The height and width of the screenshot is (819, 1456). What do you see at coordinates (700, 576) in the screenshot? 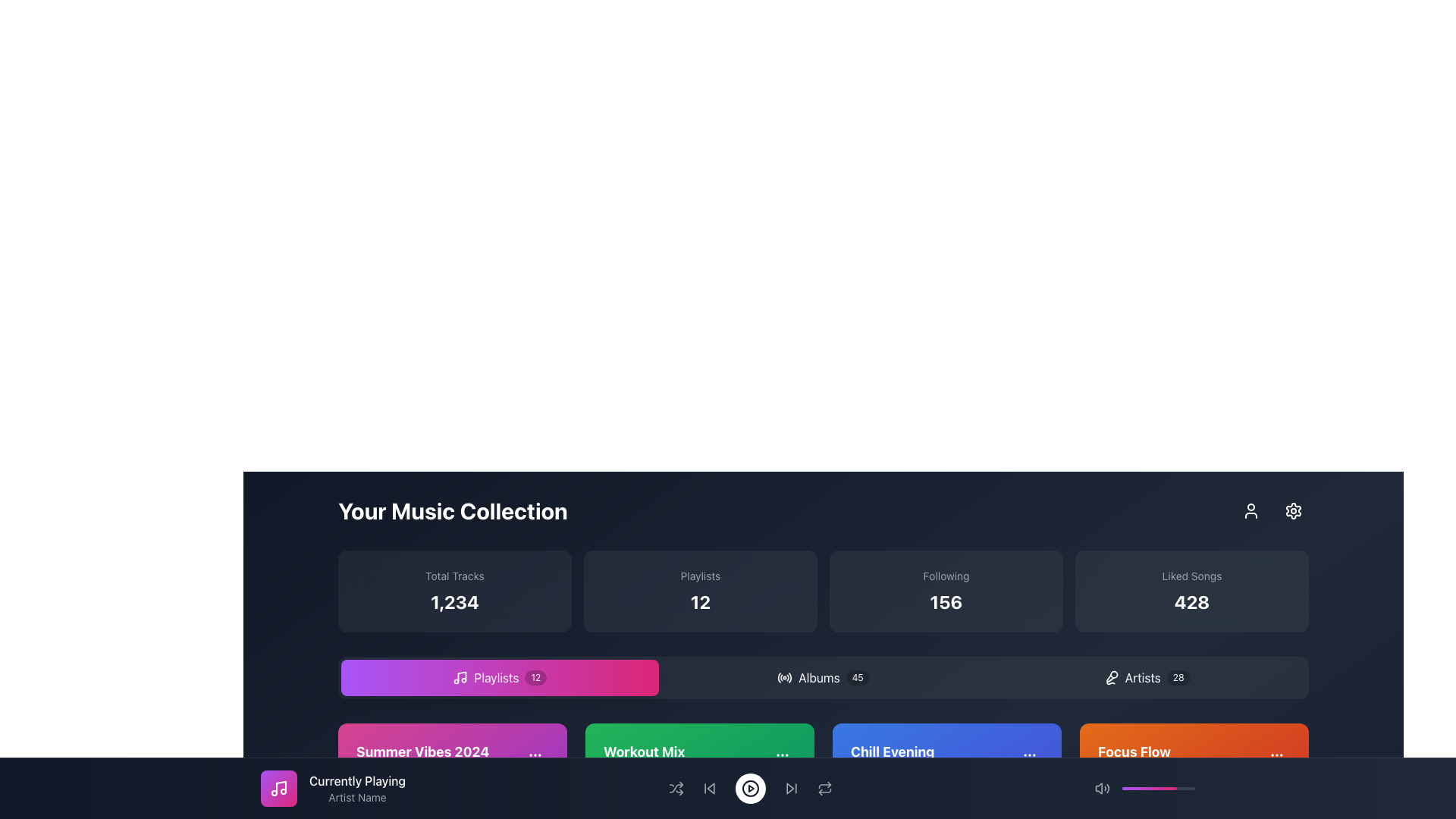
I see `the 'Playlists' text label, which is styled in light gray and located in the second card of a horizontal layout, above the count of playlists` at bounding box center [700, 576].